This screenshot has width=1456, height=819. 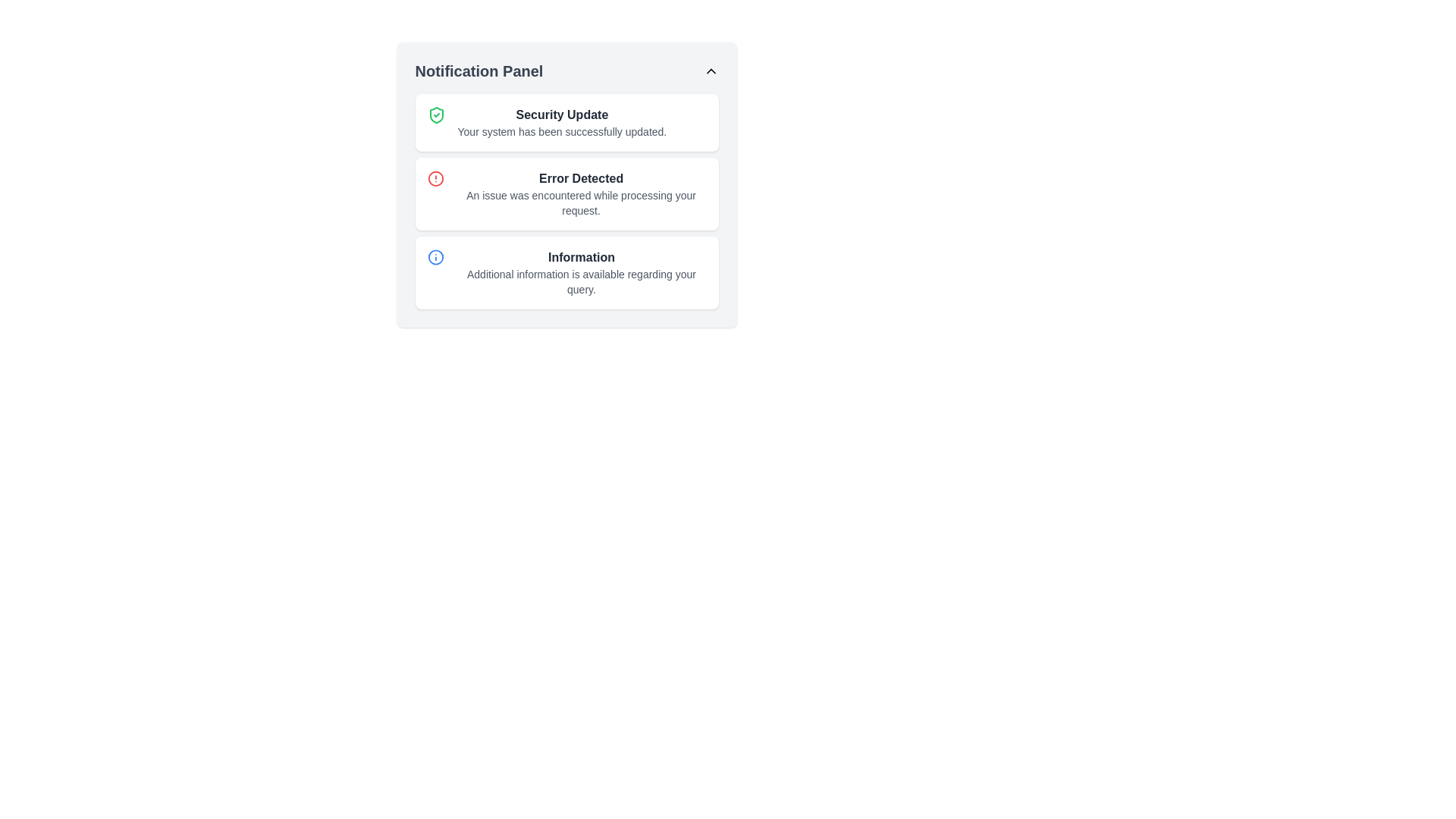 I want to click on text content that is styled with a smaller font size and gray color, which reads 'Additional information is available regarding your query.' located under the bold heading 'Information' in the third panel of the notification interface, so click(x=581, y=281).